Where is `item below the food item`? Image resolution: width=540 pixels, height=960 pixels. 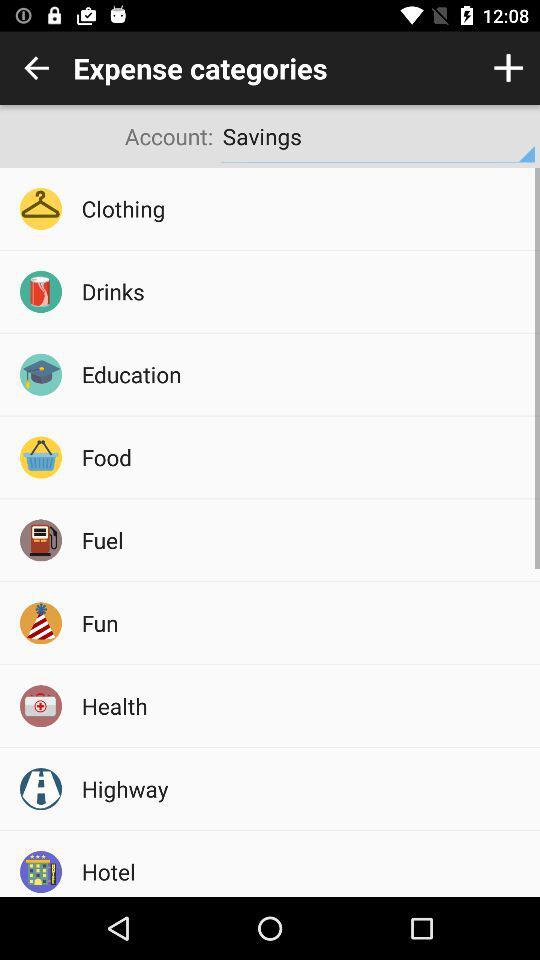 item below the food item is located at coordinates (303, 539).